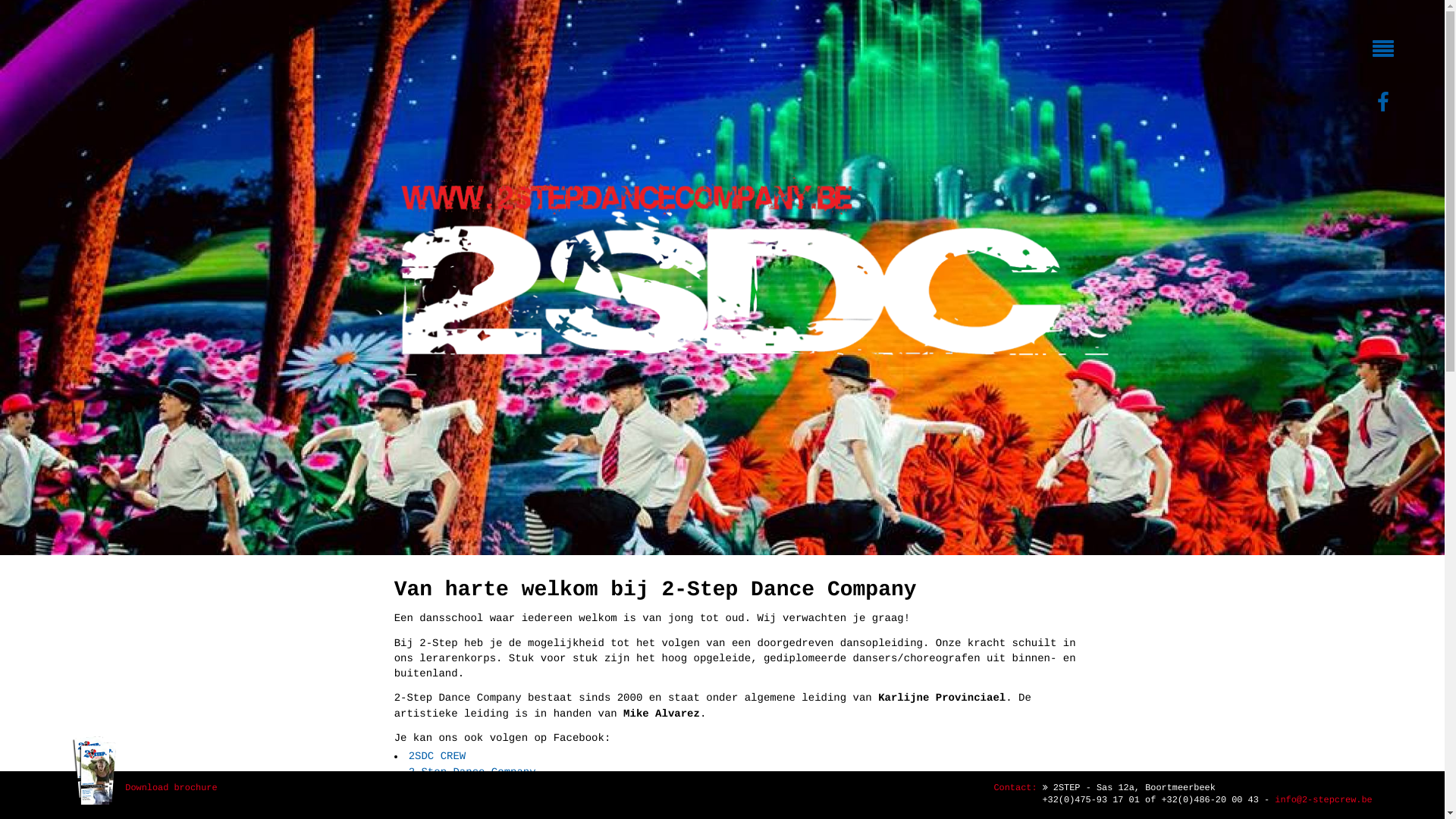 Image resolution: width=1456 pixels, height=819 pixels. Describe the element at coordinates (472, 772) in the screenshot. I see `'2-Step Dance Company'` at that location.